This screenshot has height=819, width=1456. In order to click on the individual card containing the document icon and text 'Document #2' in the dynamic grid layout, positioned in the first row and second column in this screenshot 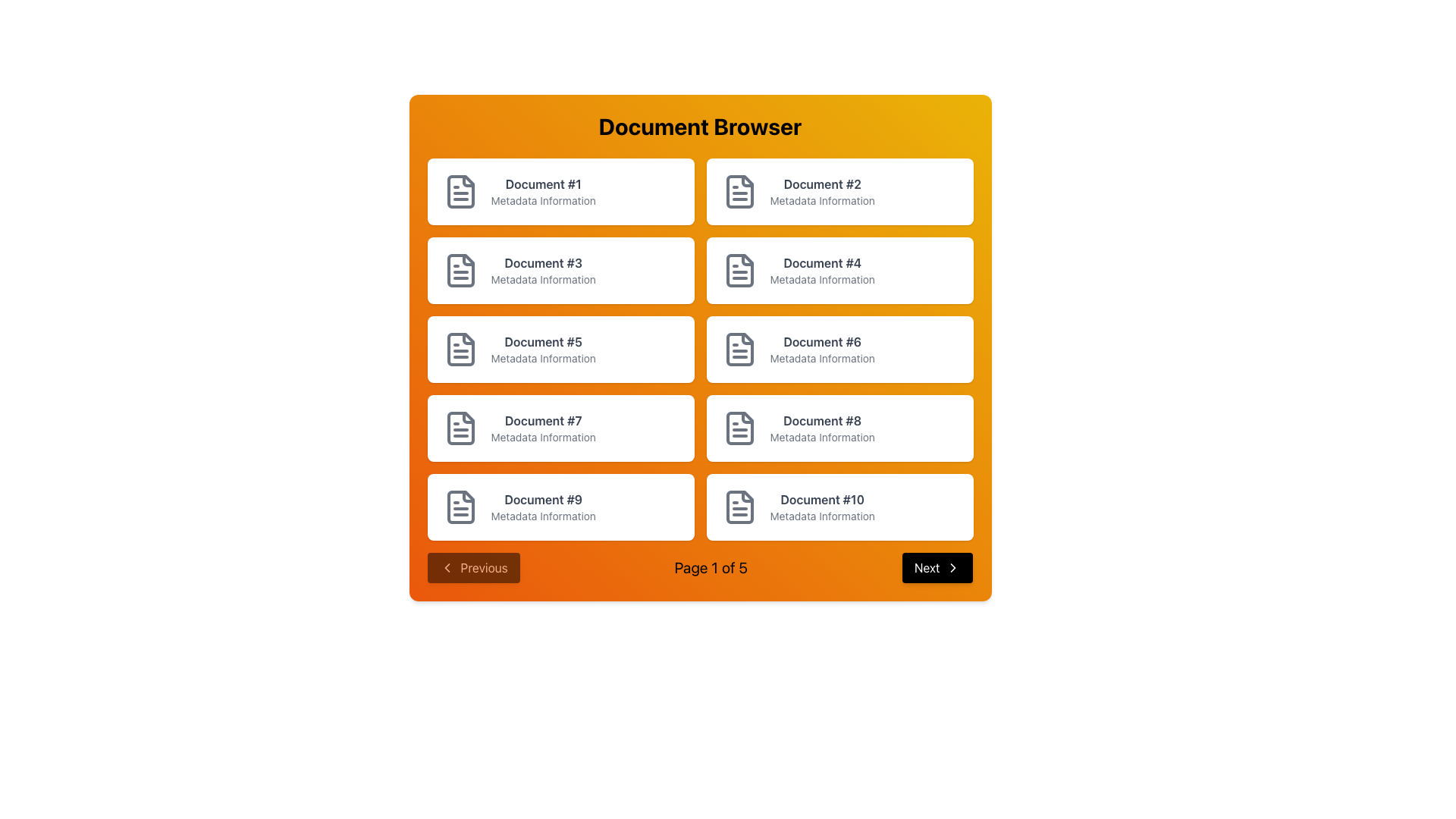, I will do `click(839, 191)`.